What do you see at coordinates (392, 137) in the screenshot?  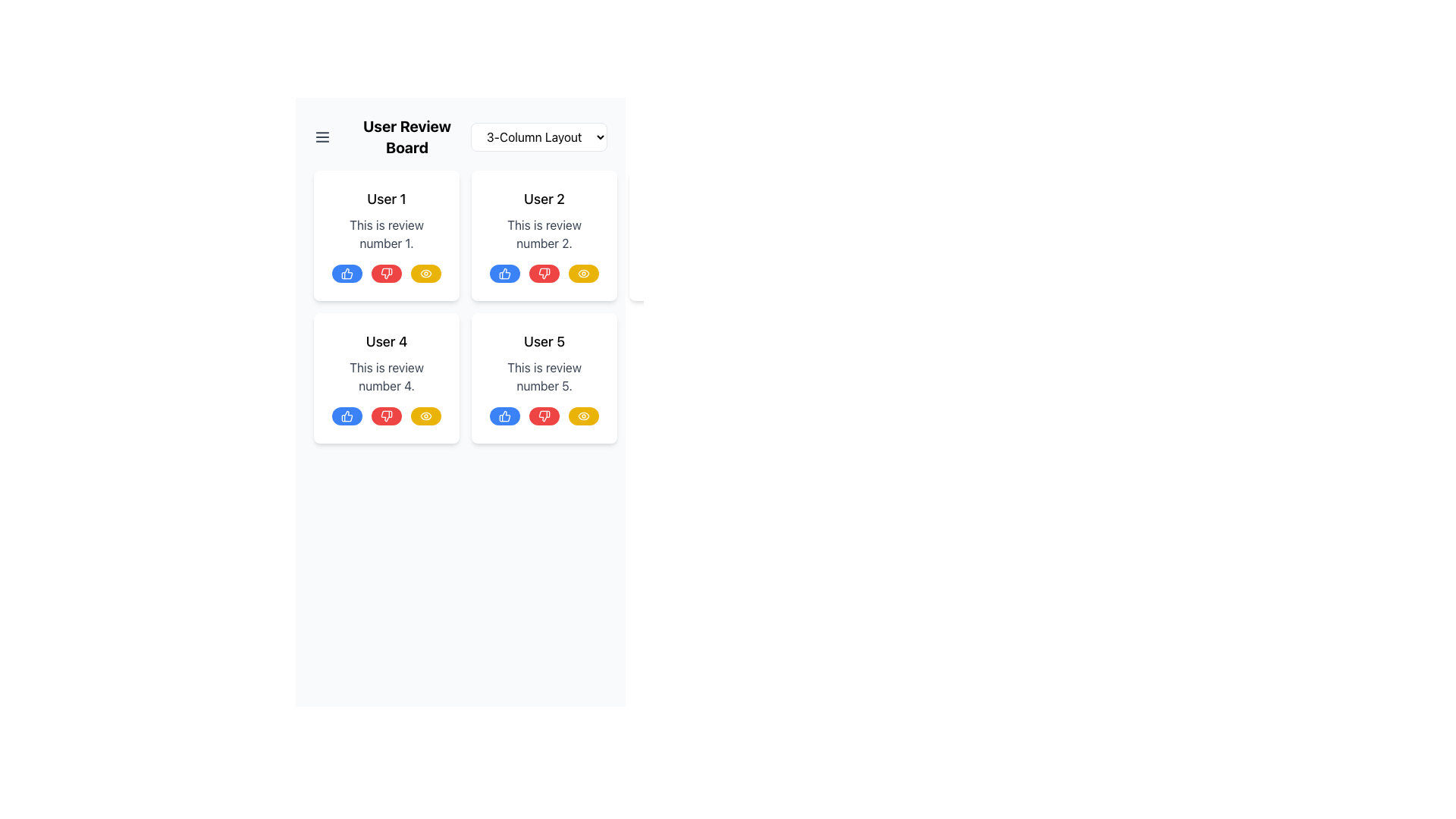 I see `the static text label that serves as the title for the interface, specifically labeling the current view as 'User Review Board'` at bounding box center [392, 137].